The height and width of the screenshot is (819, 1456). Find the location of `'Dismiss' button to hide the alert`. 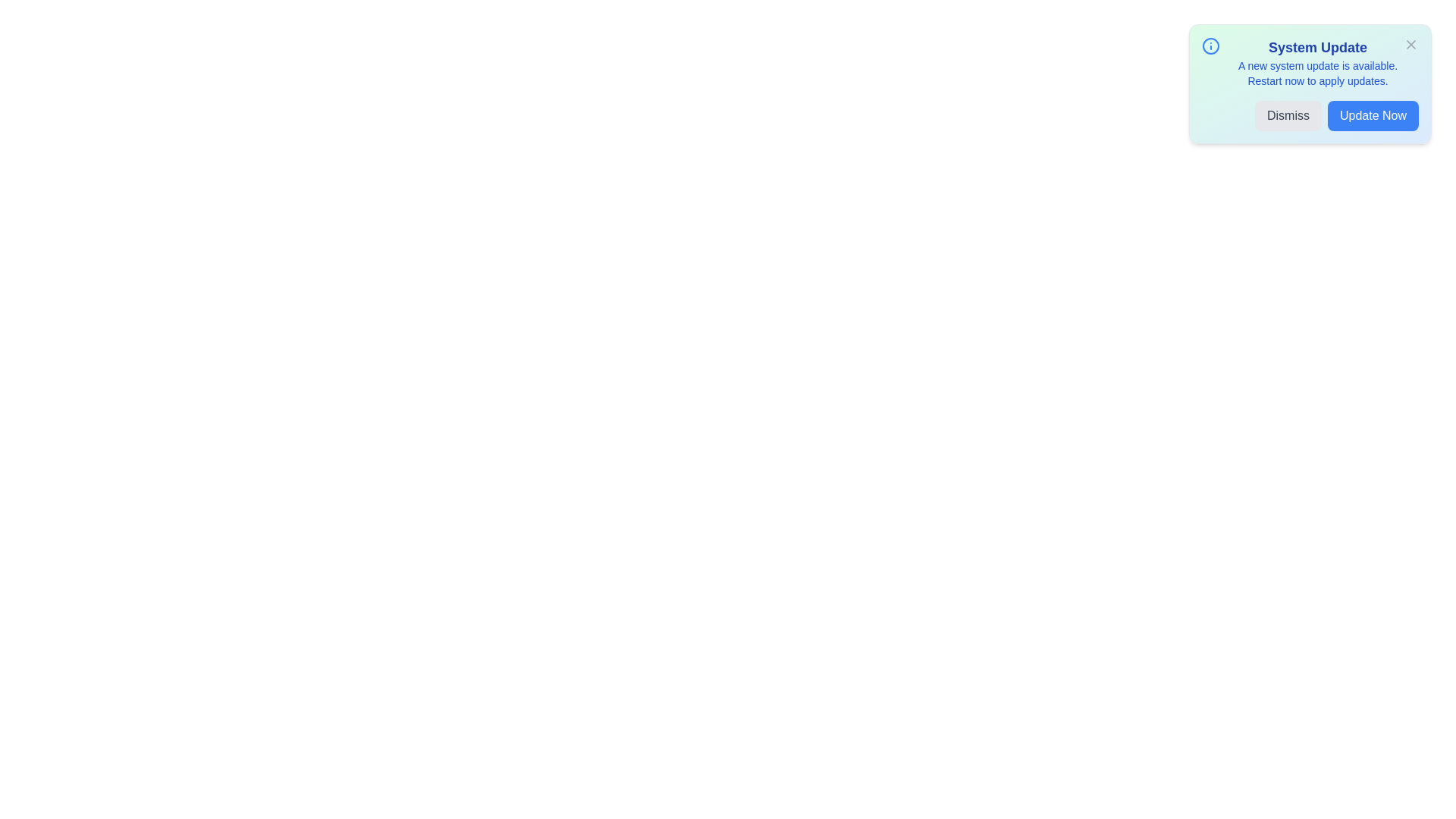

'Dismiss' button to hide the alert is located at coordinates (1288, 115).